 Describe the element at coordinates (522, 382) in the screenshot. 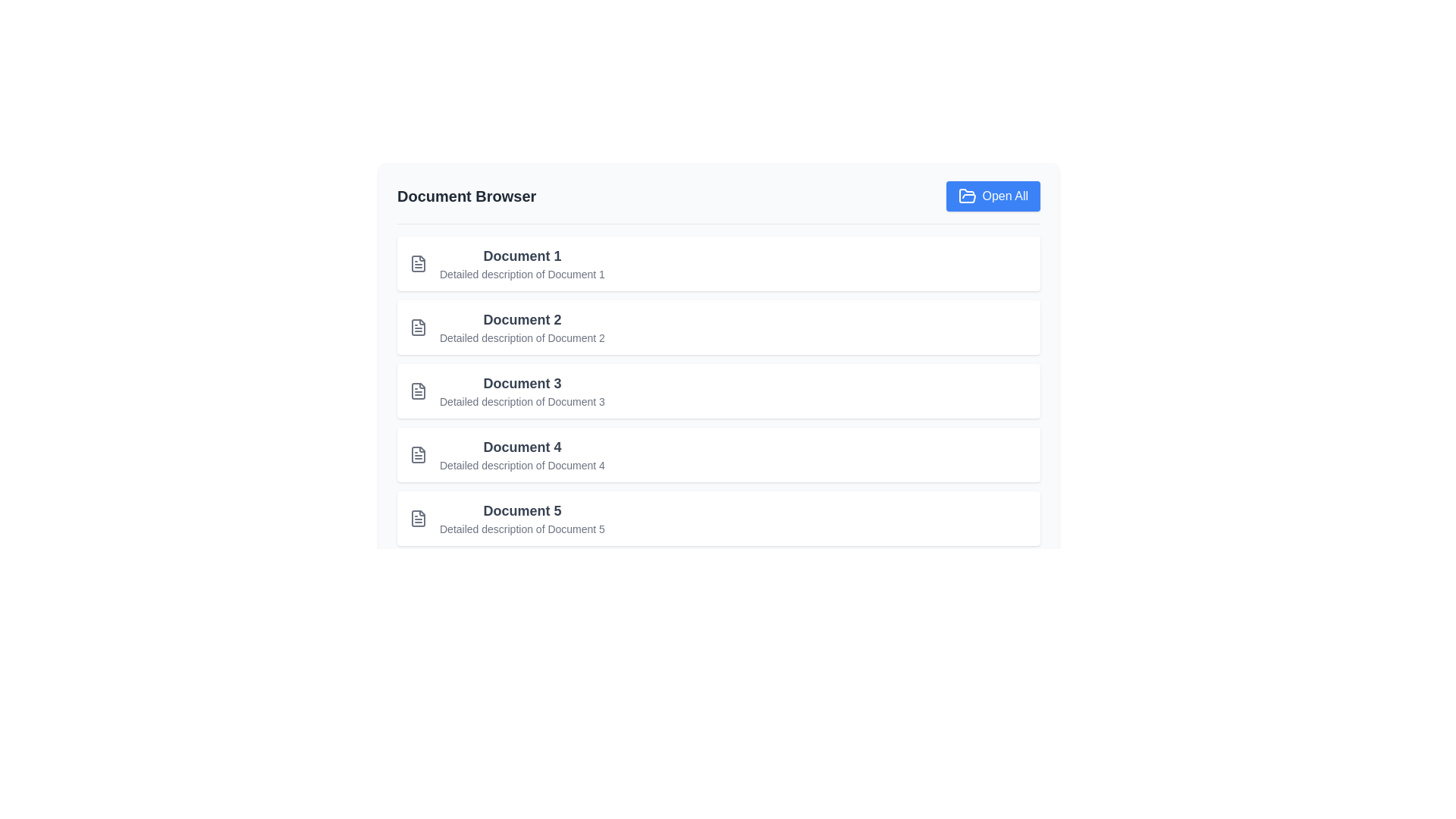

I see `the text label that serves as the title for the document, positioned as the heading of the third card in a vertical list of similar cards` at that location.